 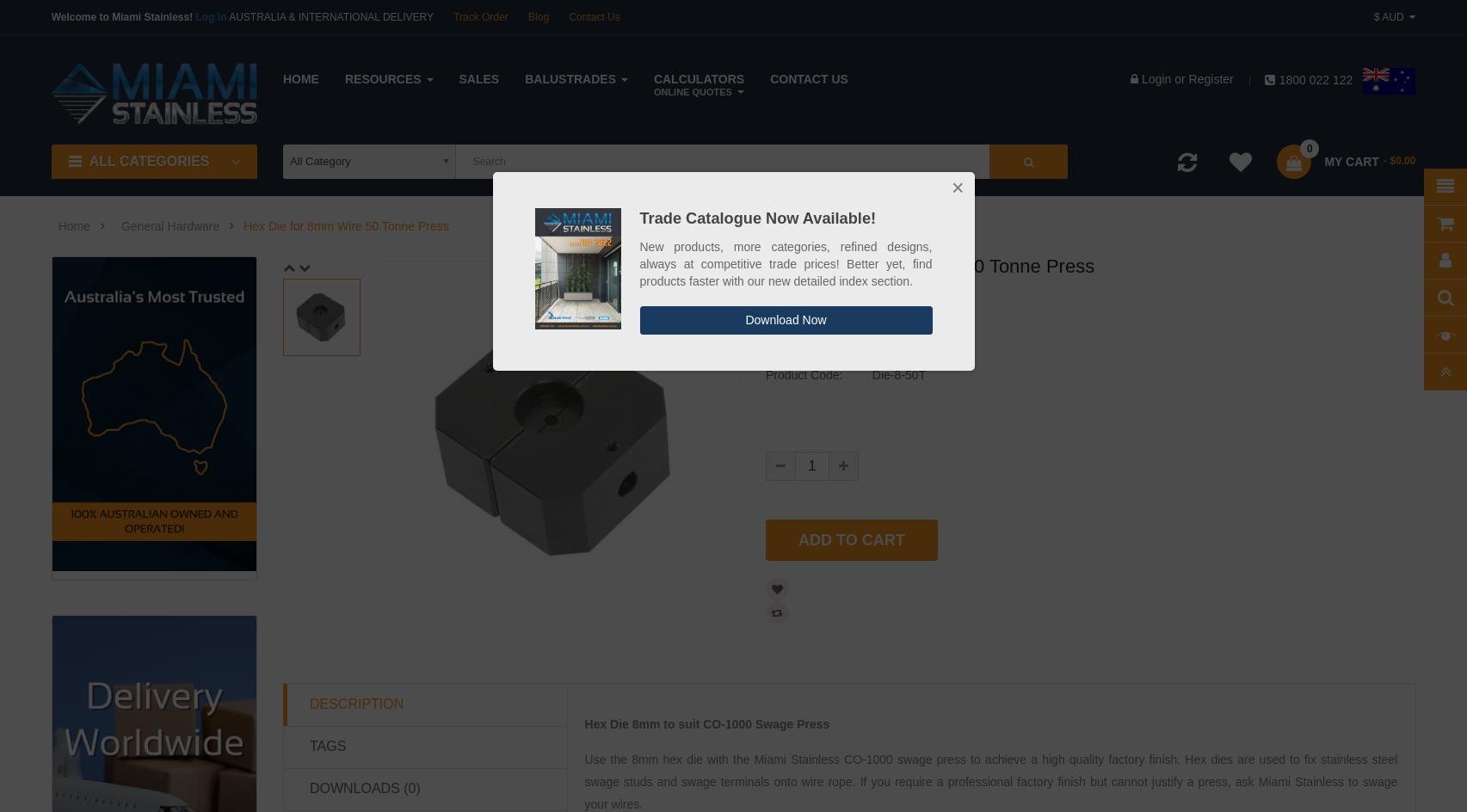 What do you see at coordinates (763, 374) in the screenshot?
I see `'Product Code:'` at bounding box center [763, 374].